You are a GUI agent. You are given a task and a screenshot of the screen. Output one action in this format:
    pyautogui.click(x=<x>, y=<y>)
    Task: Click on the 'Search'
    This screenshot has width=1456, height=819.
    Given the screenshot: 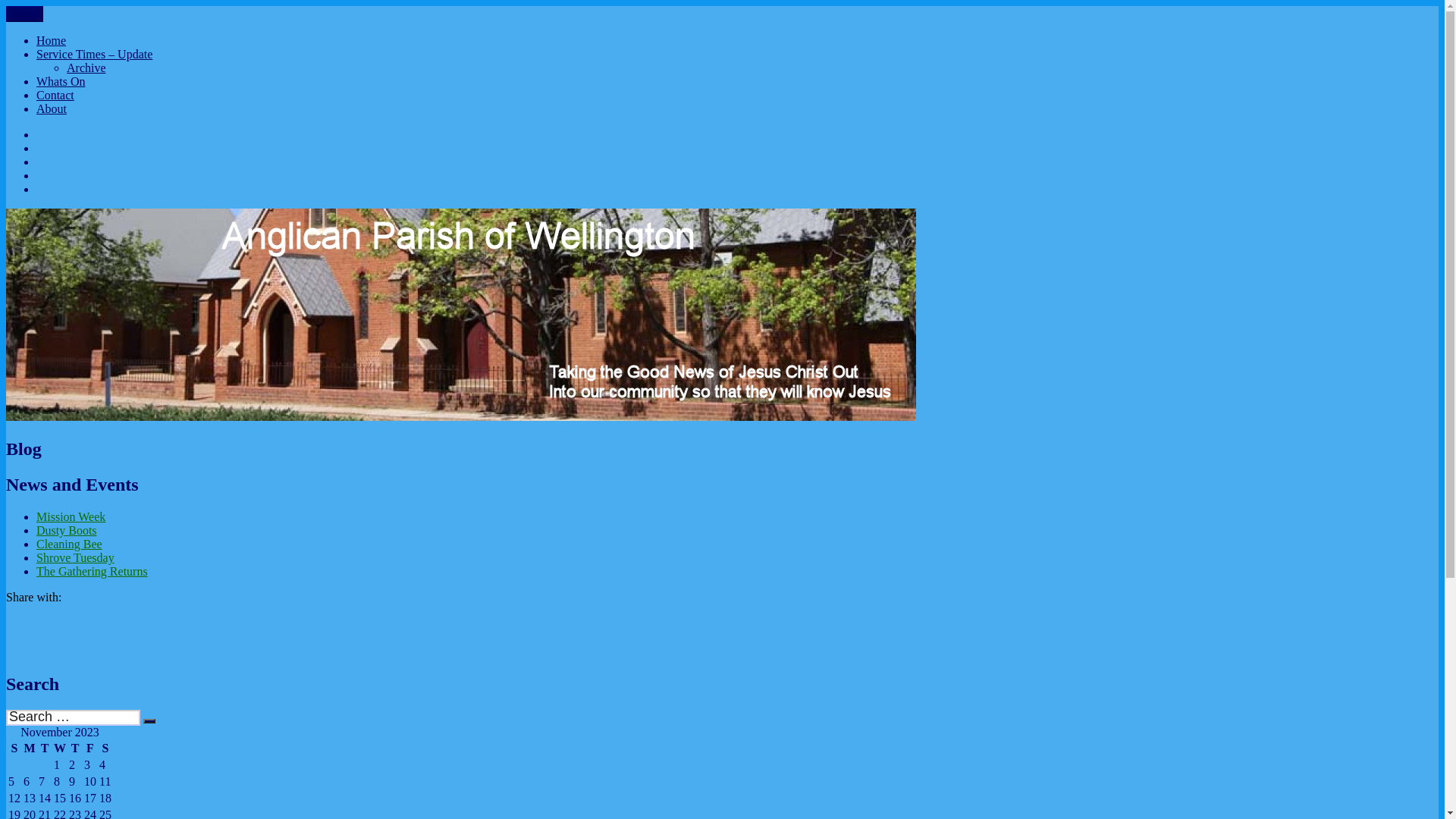 What is the action you would take?
    pyautogui.click(x=143, y=720)
    